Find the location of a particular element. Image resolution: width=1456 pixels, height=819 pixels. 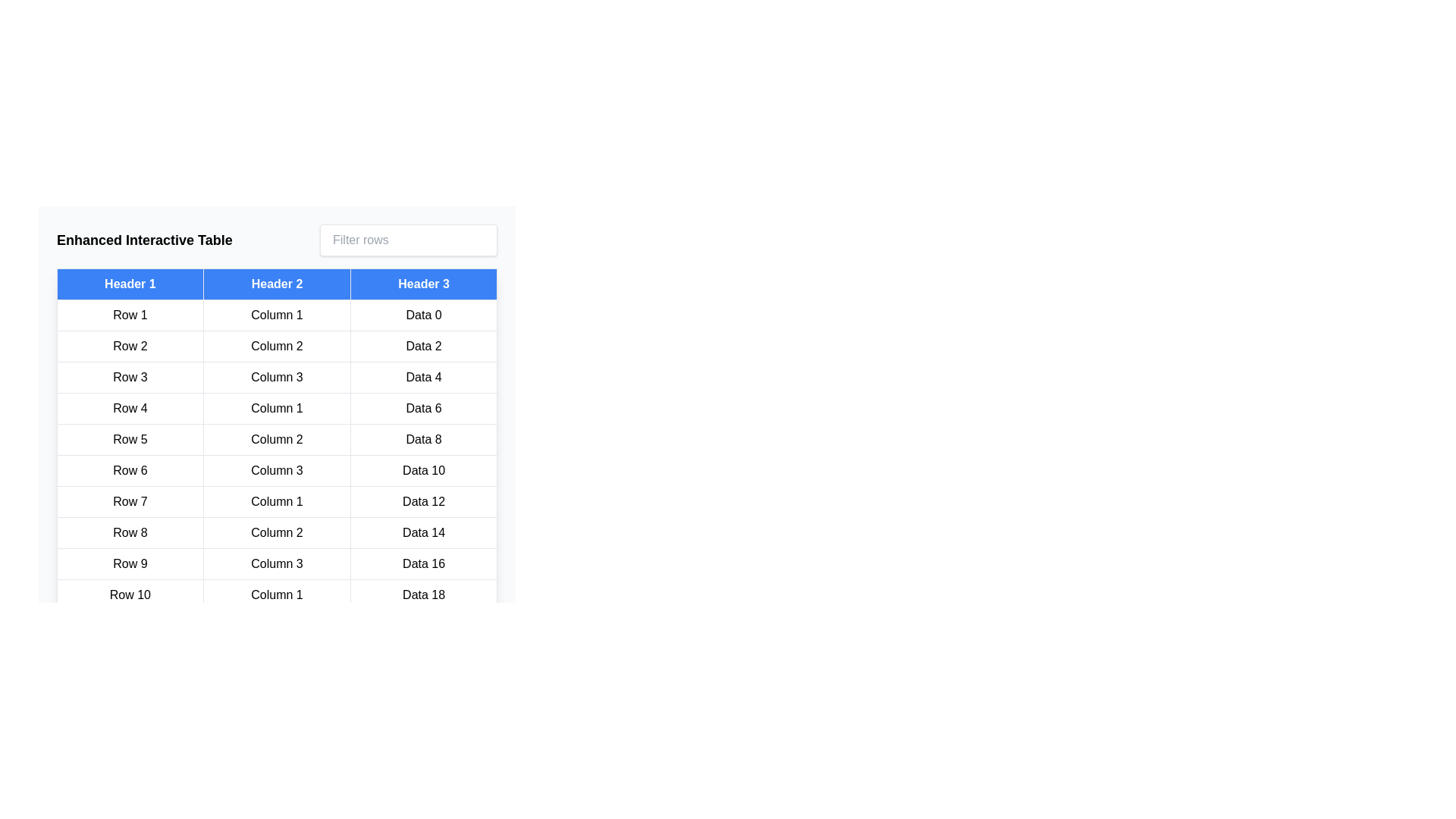

the header Header 2 to interact with the table column is located at coordinates (277, 284).